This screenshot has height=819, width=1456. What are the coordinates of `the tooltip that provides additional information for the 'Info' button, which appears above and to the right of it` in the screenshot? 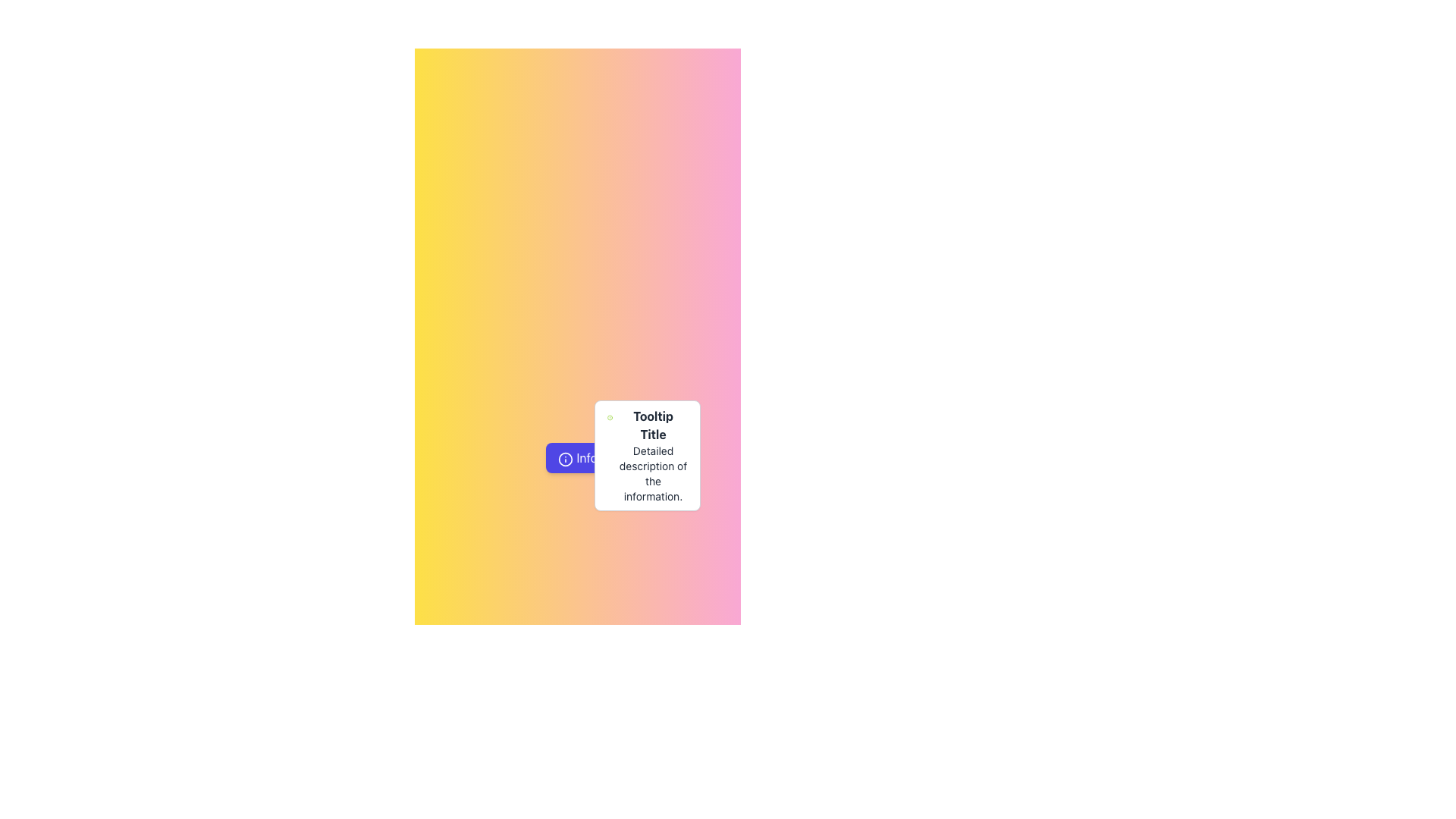 It's located at (648, 455).